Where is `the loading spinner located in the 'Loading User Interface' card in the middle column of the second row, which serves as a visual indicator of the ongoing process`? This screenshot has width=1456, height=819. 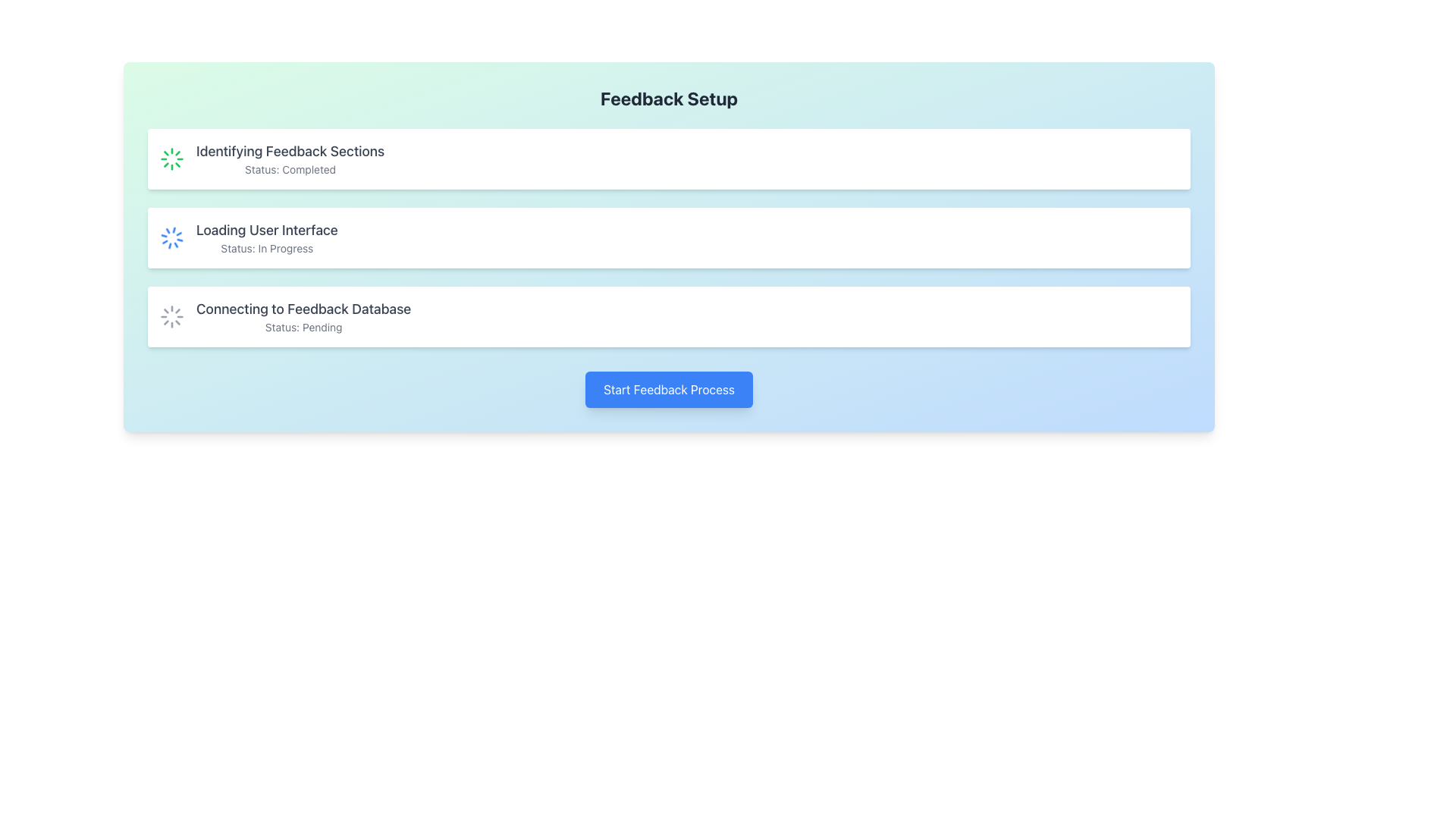
the loading spinner located in the 'Loading User Interface' card in the middle column of the second row, which serves as a visual indicator of the ongoing process is located at coordinates (171, 237).